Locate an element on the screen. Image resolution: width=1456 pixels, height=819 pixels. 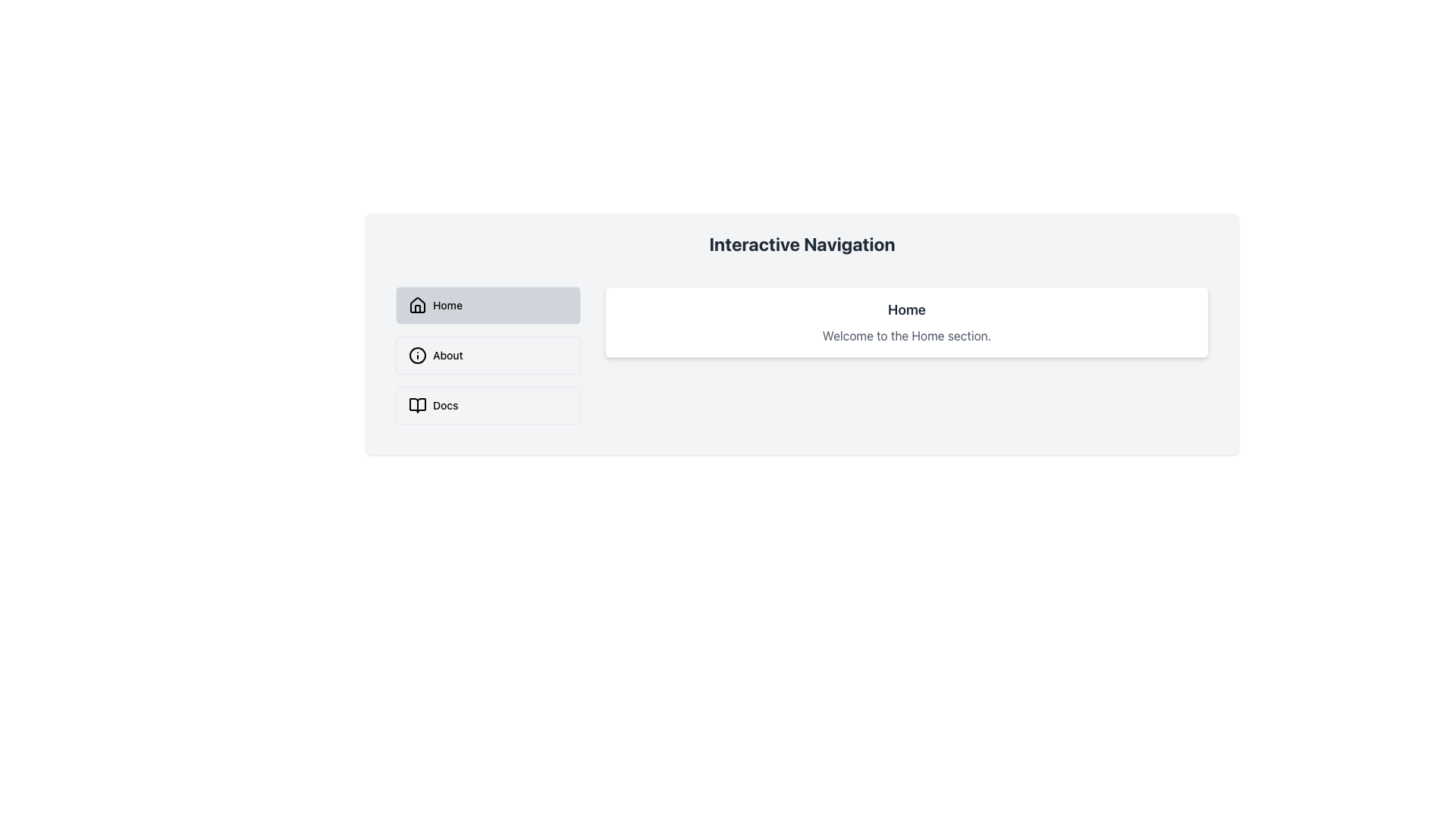
the open book icon located in the sidebar menu, adjacent to the 'Docs' text label is located at coordinates (418, 405).